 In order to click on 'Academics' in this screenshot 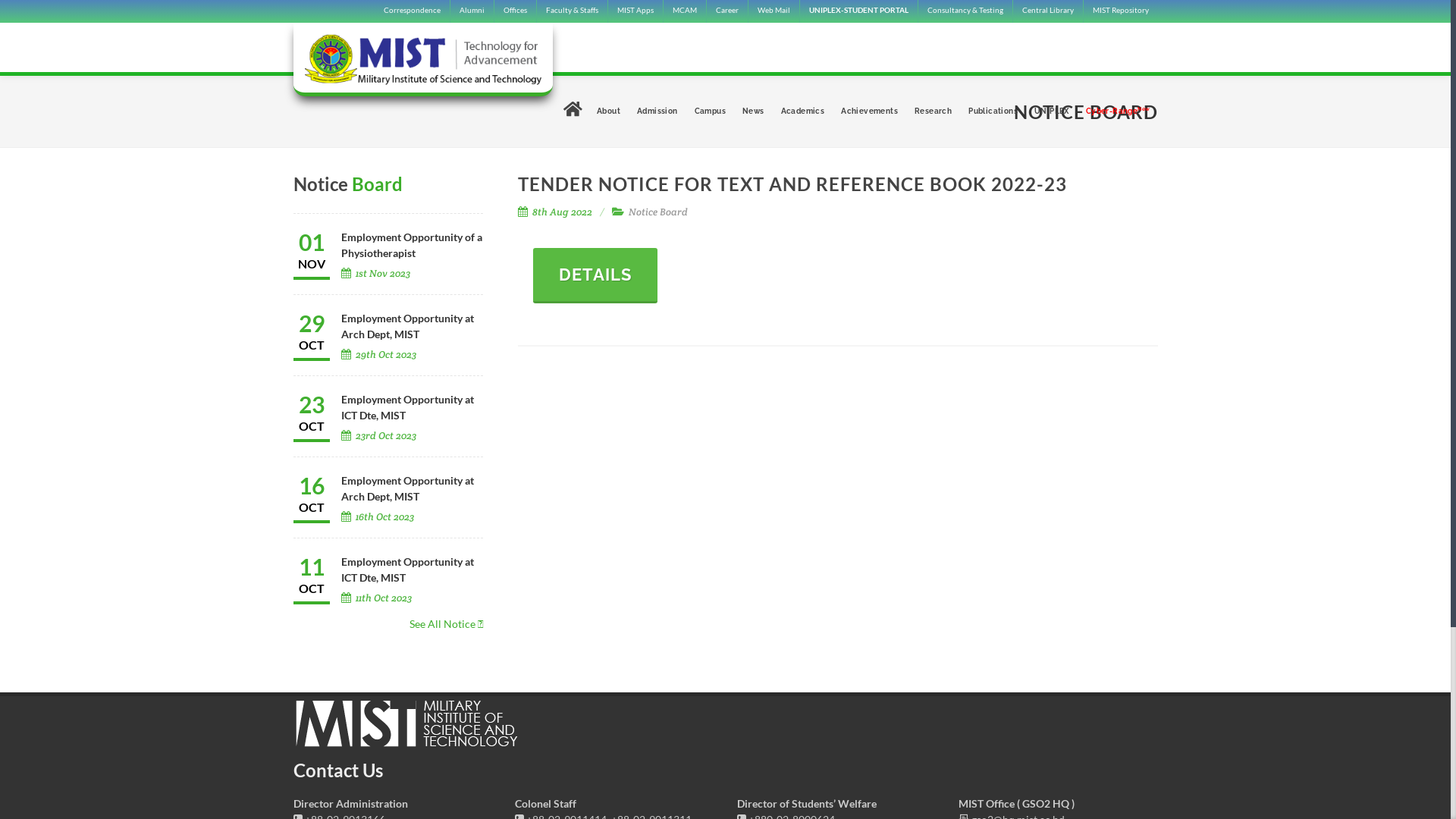, I will do `click(802, 110)`.